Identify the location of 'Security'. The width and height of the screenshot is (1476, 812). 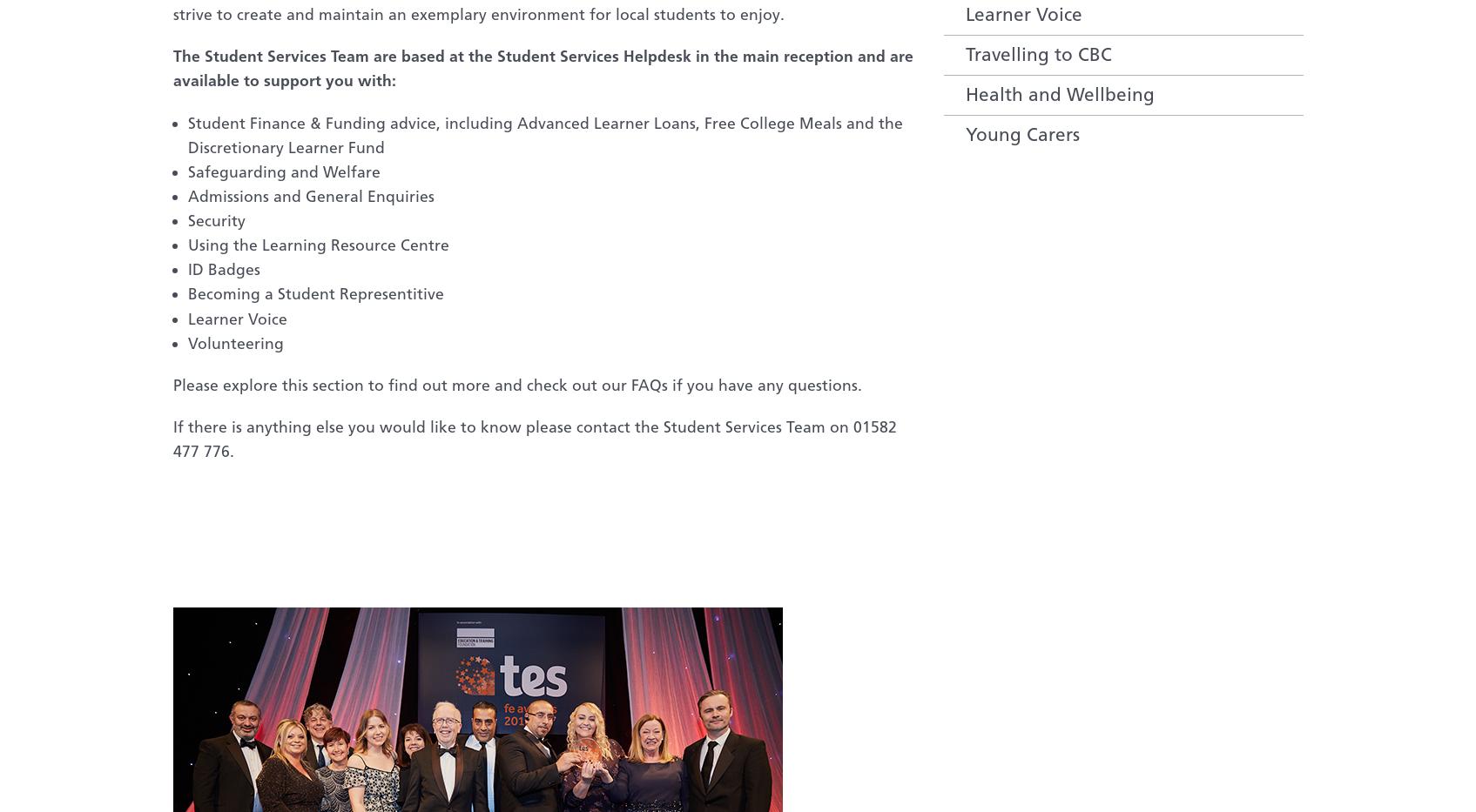
(215, 219).